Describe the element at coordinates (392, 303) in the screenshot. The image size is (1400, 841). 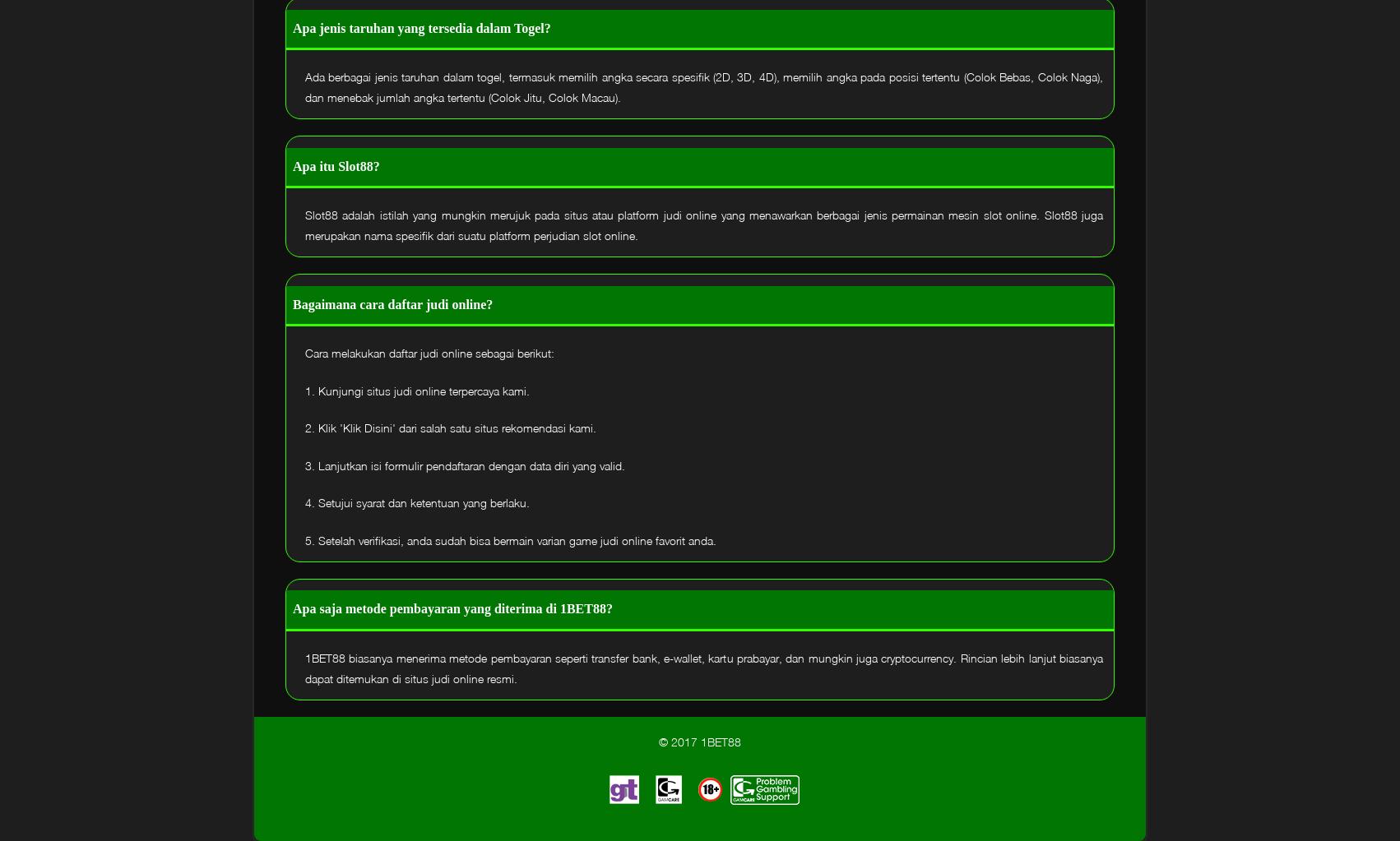
I see `'Bagaimana cara daftar judi online?'` at that location.